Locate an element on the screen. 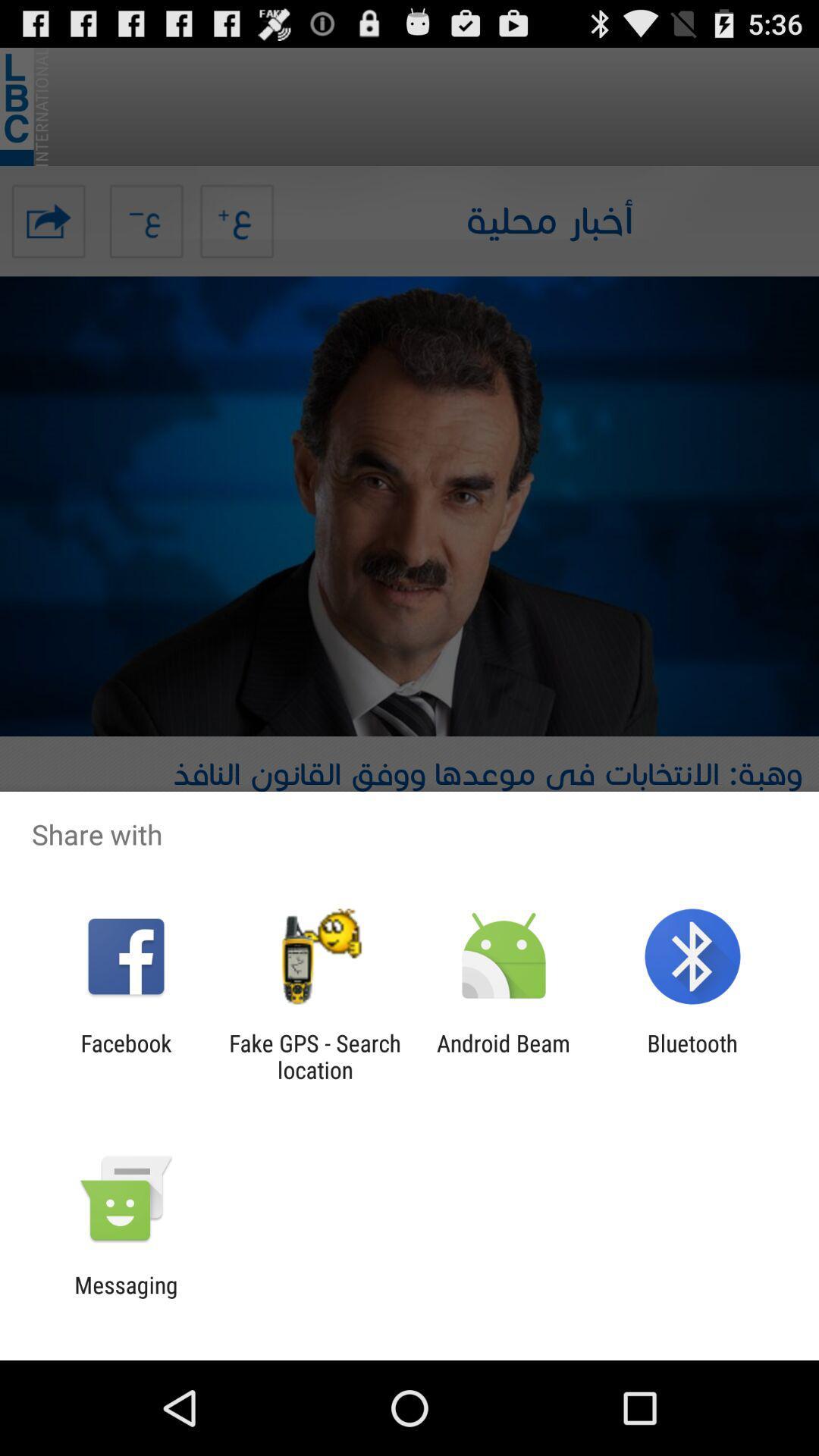  the app next to facebook is located at coordinates (314, 1056).